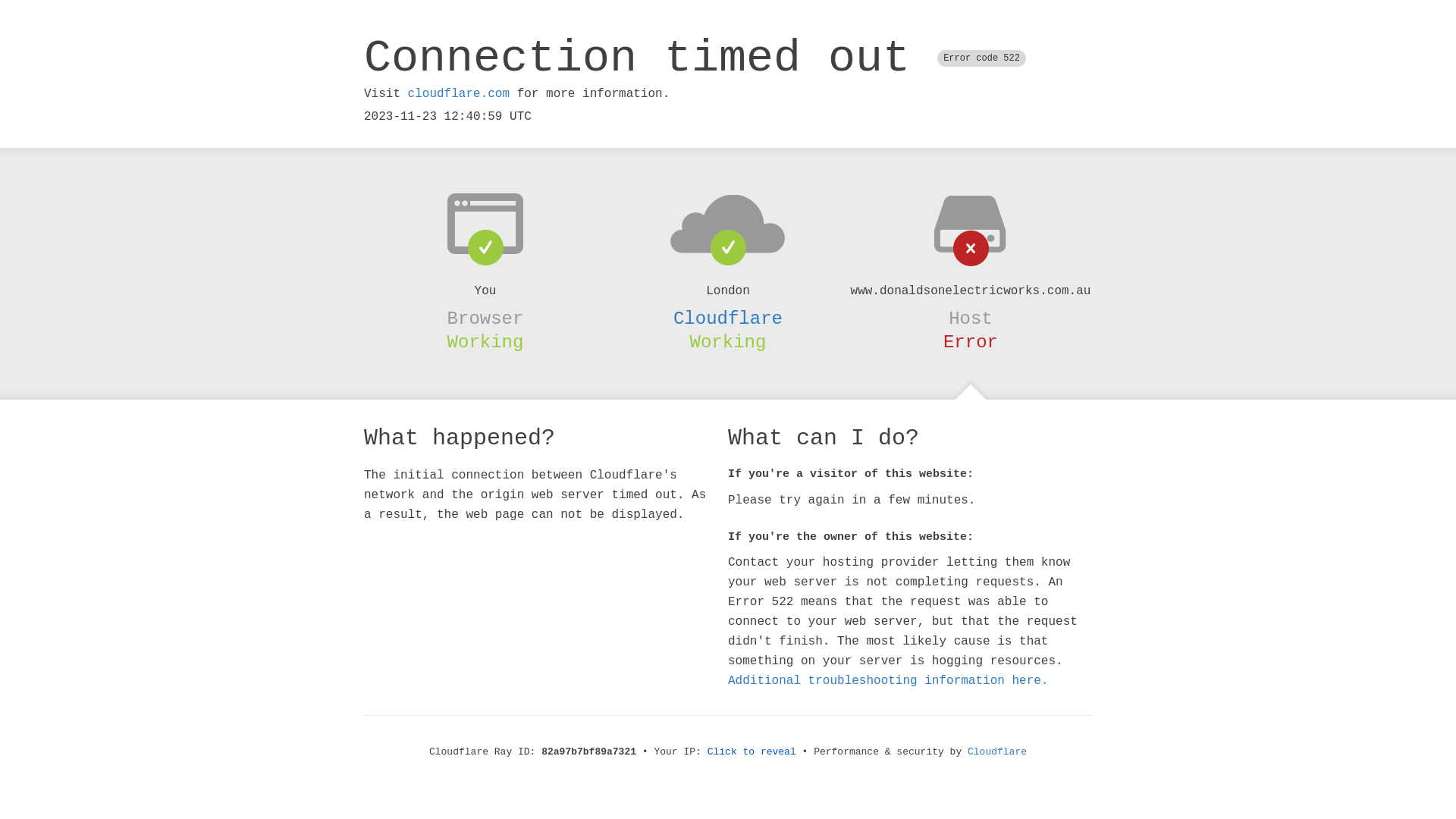 This screenshot has height=819, width=1456. What do you see at coordinates (457, 93) in the screenshot?
I see `'cloudflare.com'` at bounding box center [457, 93].